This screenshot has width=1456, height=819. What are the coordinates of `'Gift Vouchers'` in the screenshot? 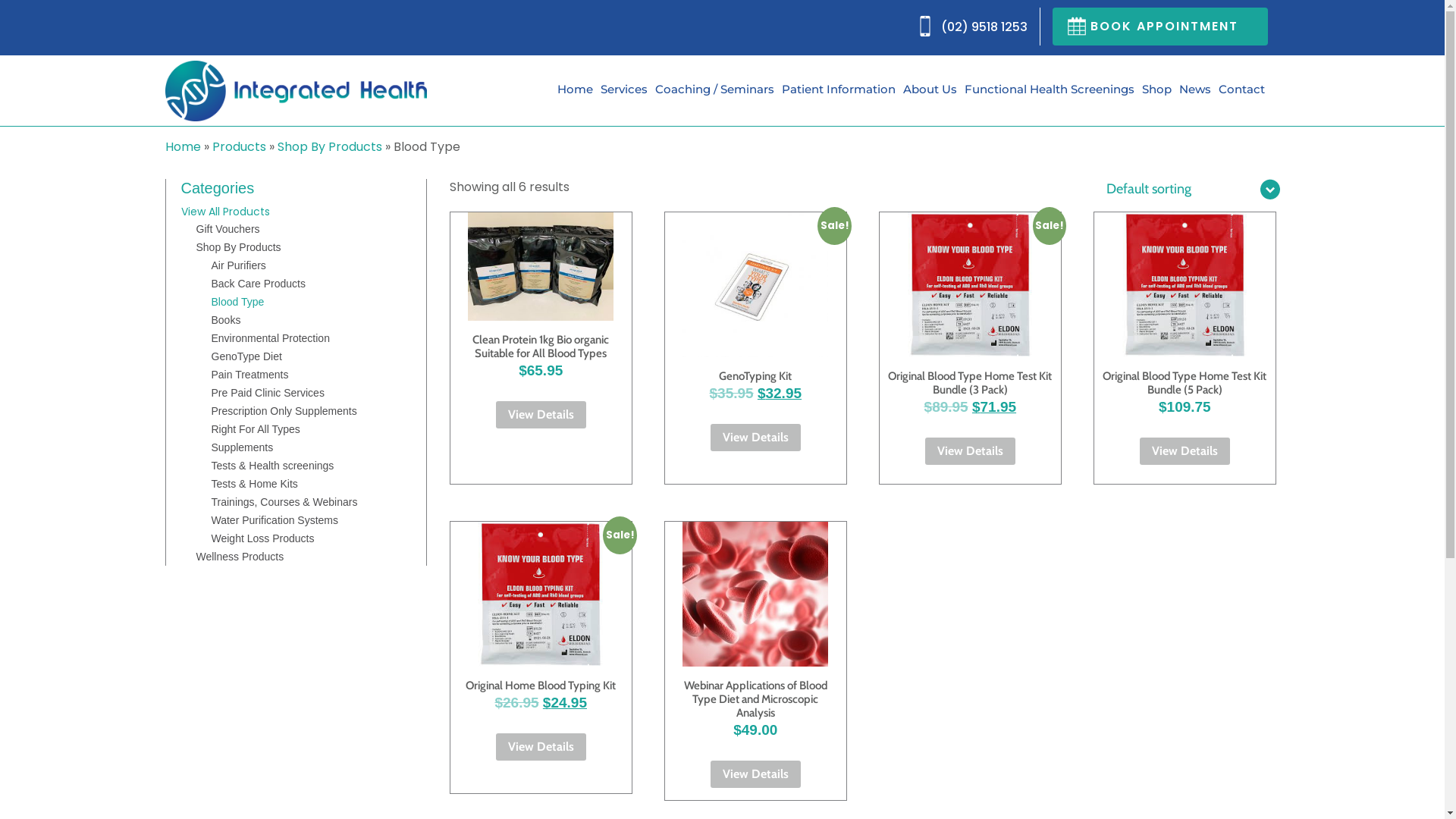 It's located at (226, 228).